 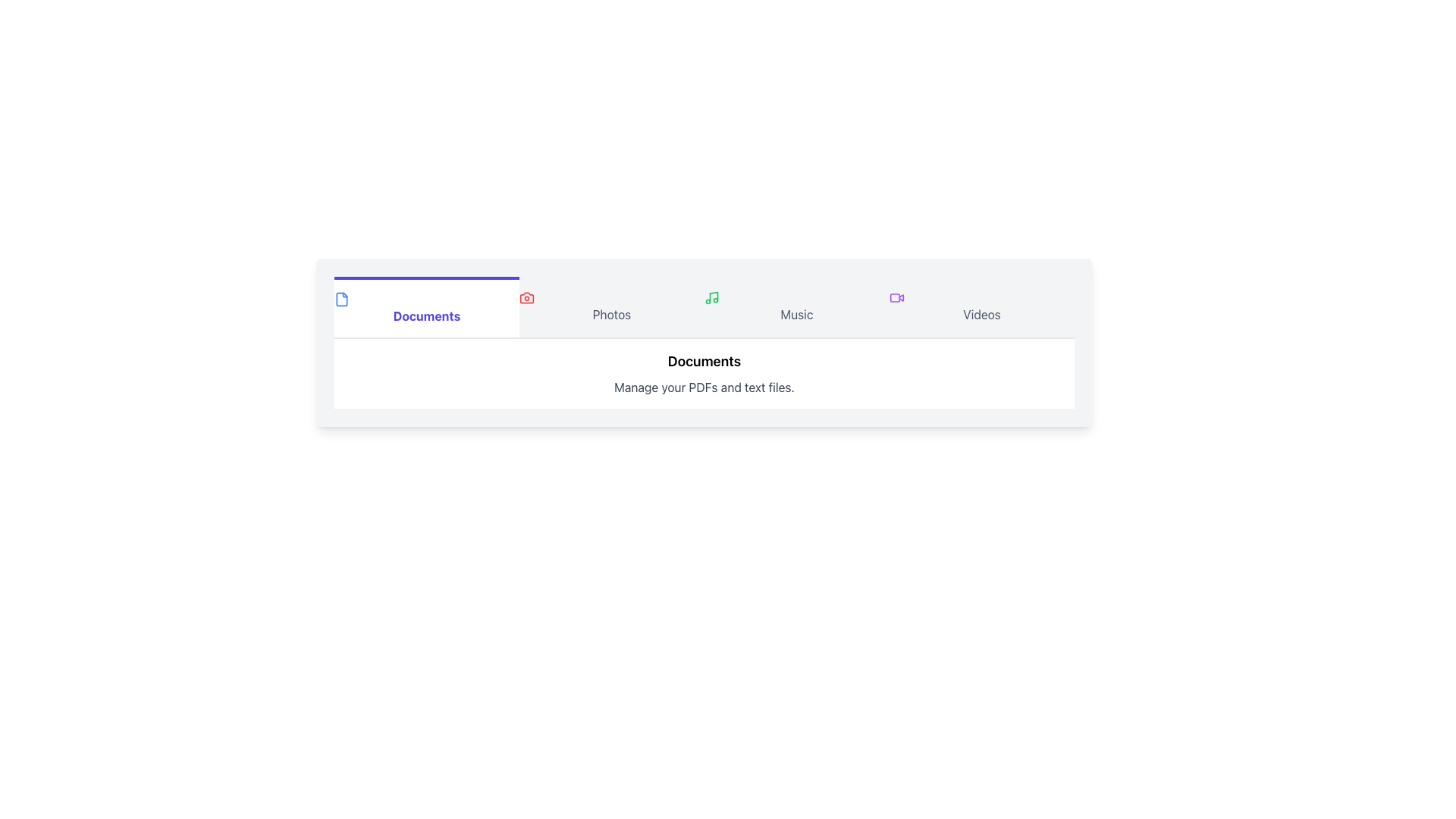 I want to click on the navigation button for videos located at the top right corner of the tab bar, so click(x=982, y=307).